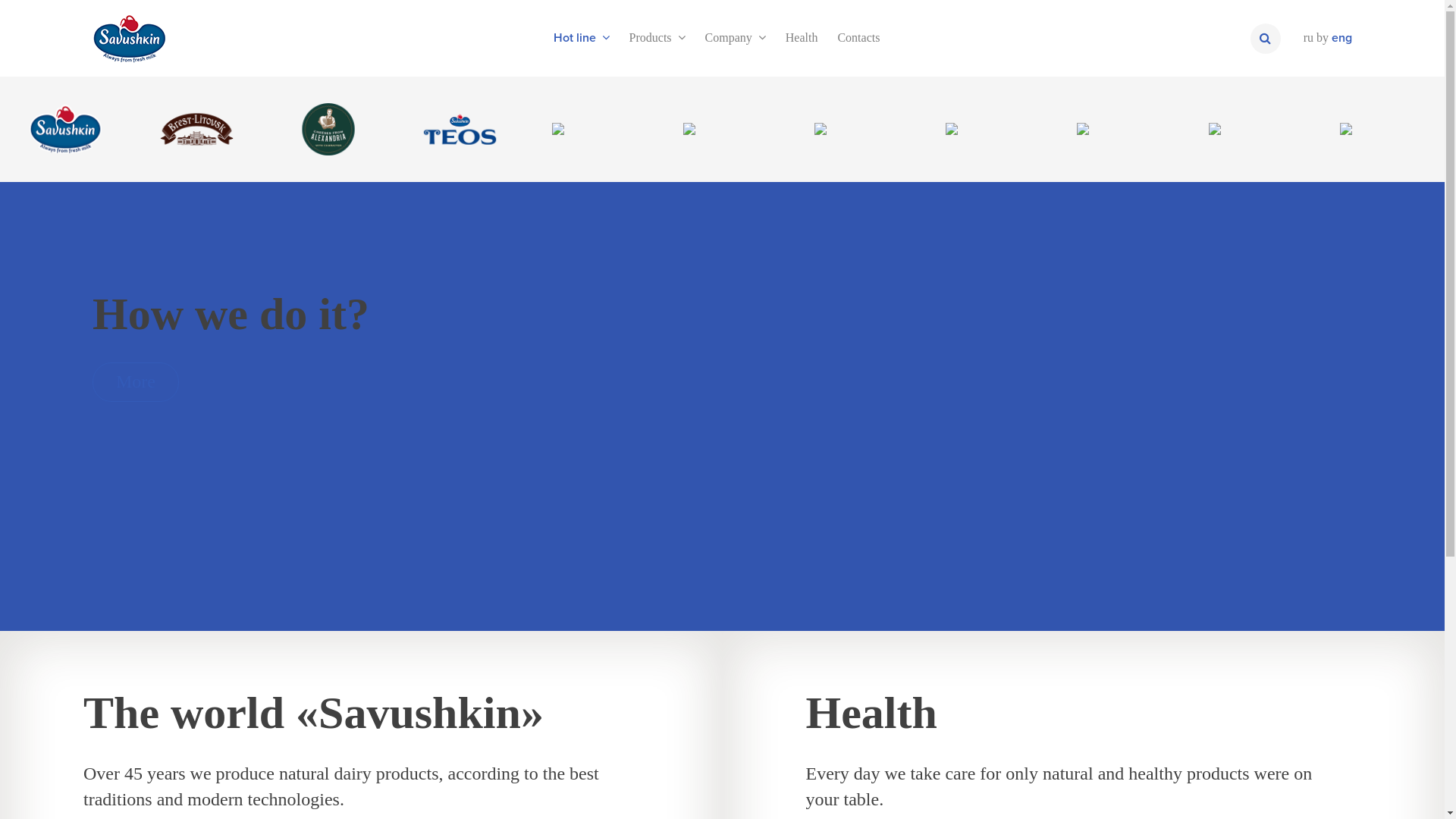 This screenshot has height=819, width=1456. Describe the element at coordinates (657, 37) in the screenshot. I see `'Products'` at that location.